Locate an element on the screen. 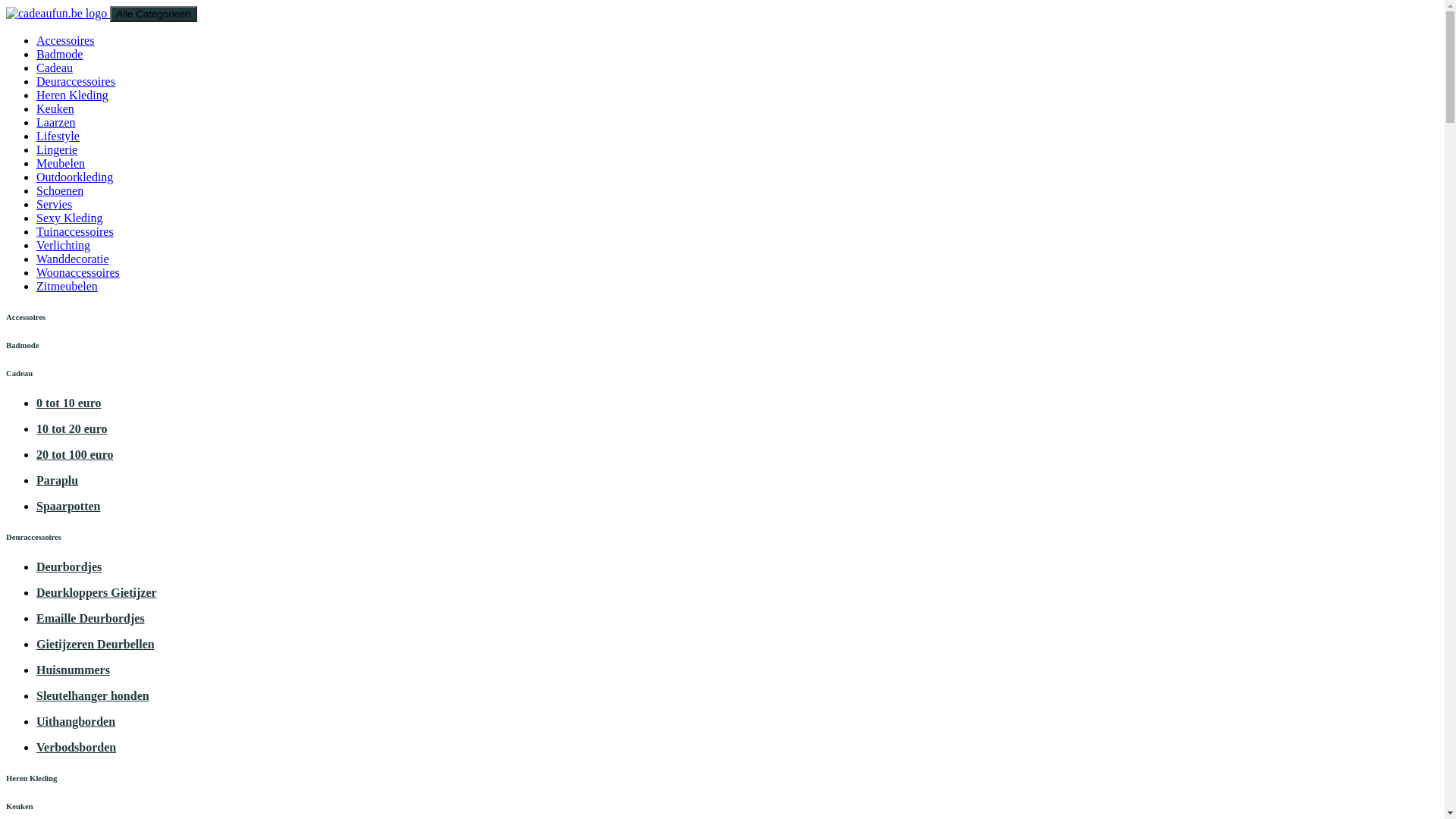  'Sexy Kleding' is located at coordinates (36, 218).